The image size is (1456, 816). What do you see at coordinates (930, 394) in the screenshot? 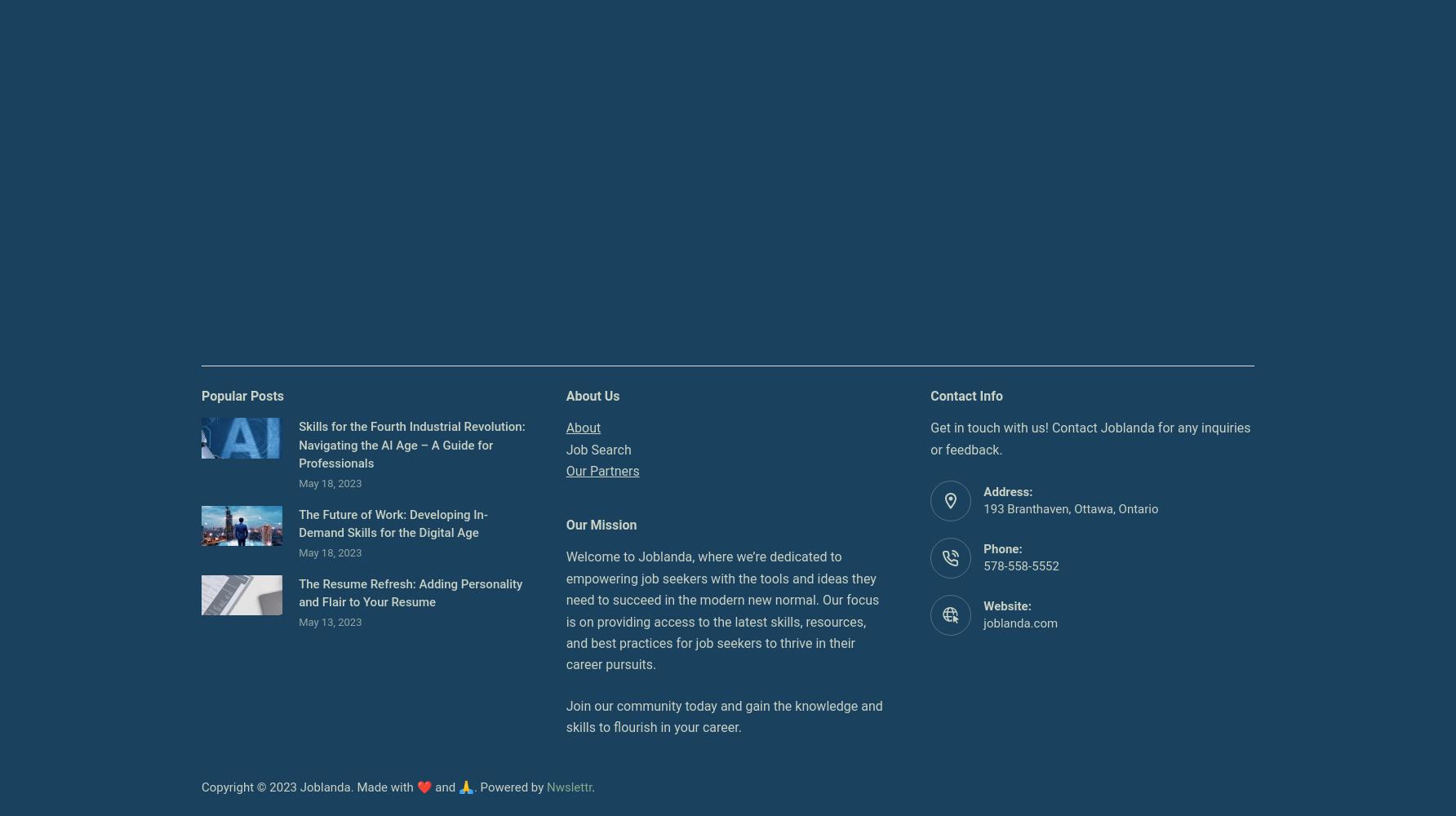
I see `'Contact Info'` at bounding box center [930, 394].